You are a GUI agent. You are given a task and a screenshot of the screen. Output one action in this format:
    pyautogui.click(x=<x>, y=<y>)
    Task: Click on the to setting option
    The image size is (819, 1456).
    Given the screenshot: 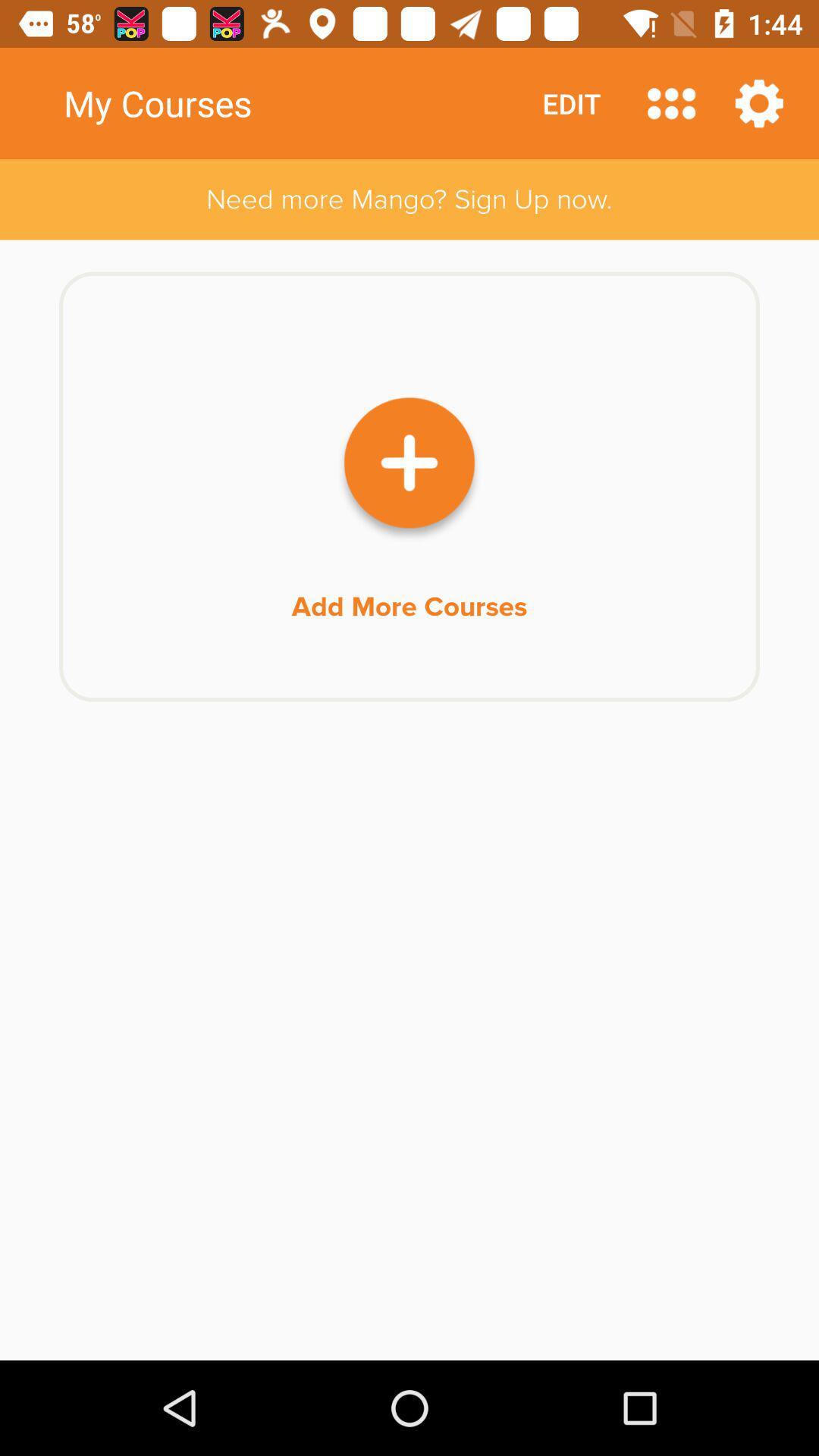 What is the action you would take?
    pyautogui.click(x=759, y=102)
    